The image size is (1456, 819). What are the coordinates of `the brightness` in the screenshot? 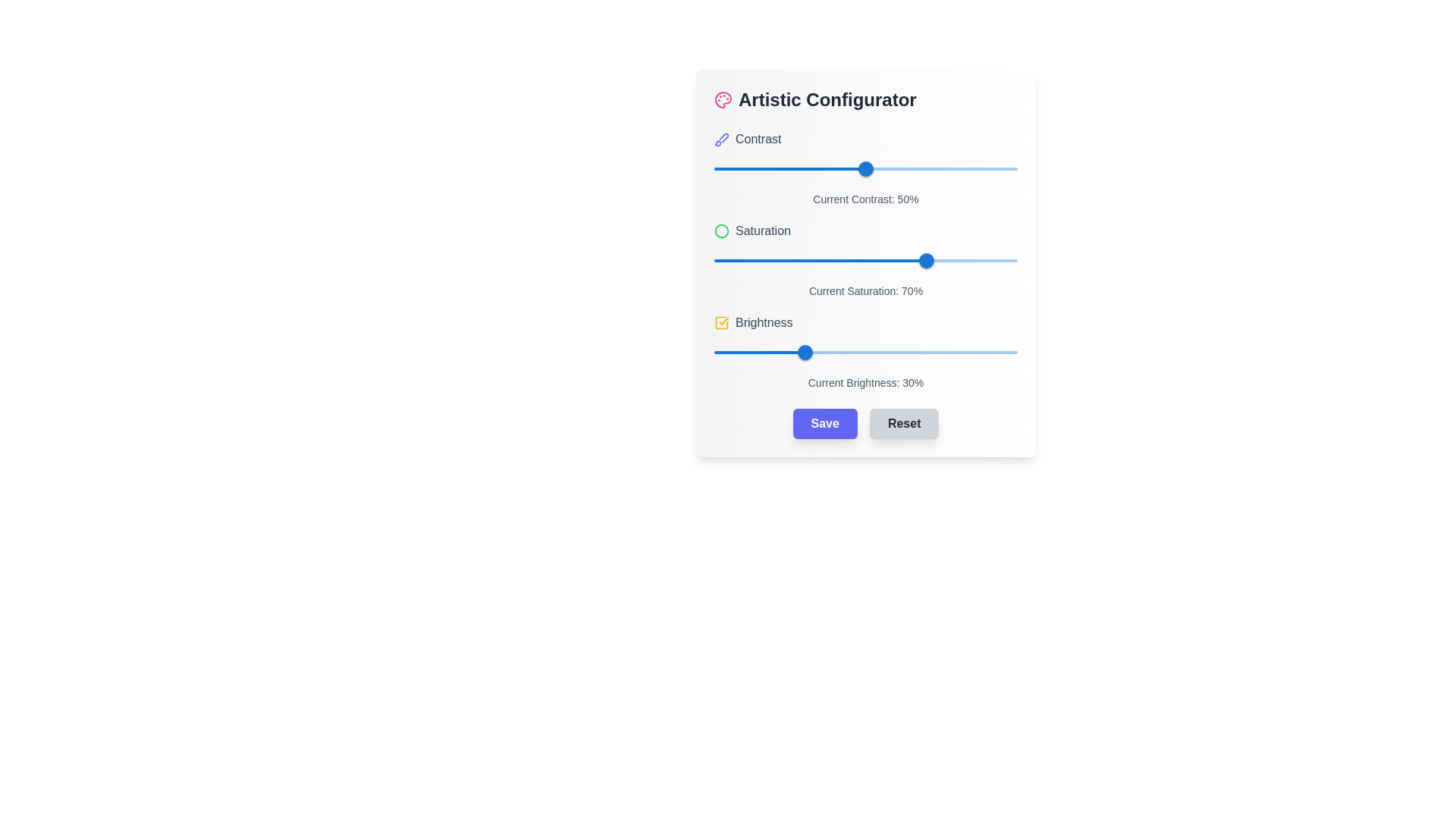 It's located at (1002, 353).